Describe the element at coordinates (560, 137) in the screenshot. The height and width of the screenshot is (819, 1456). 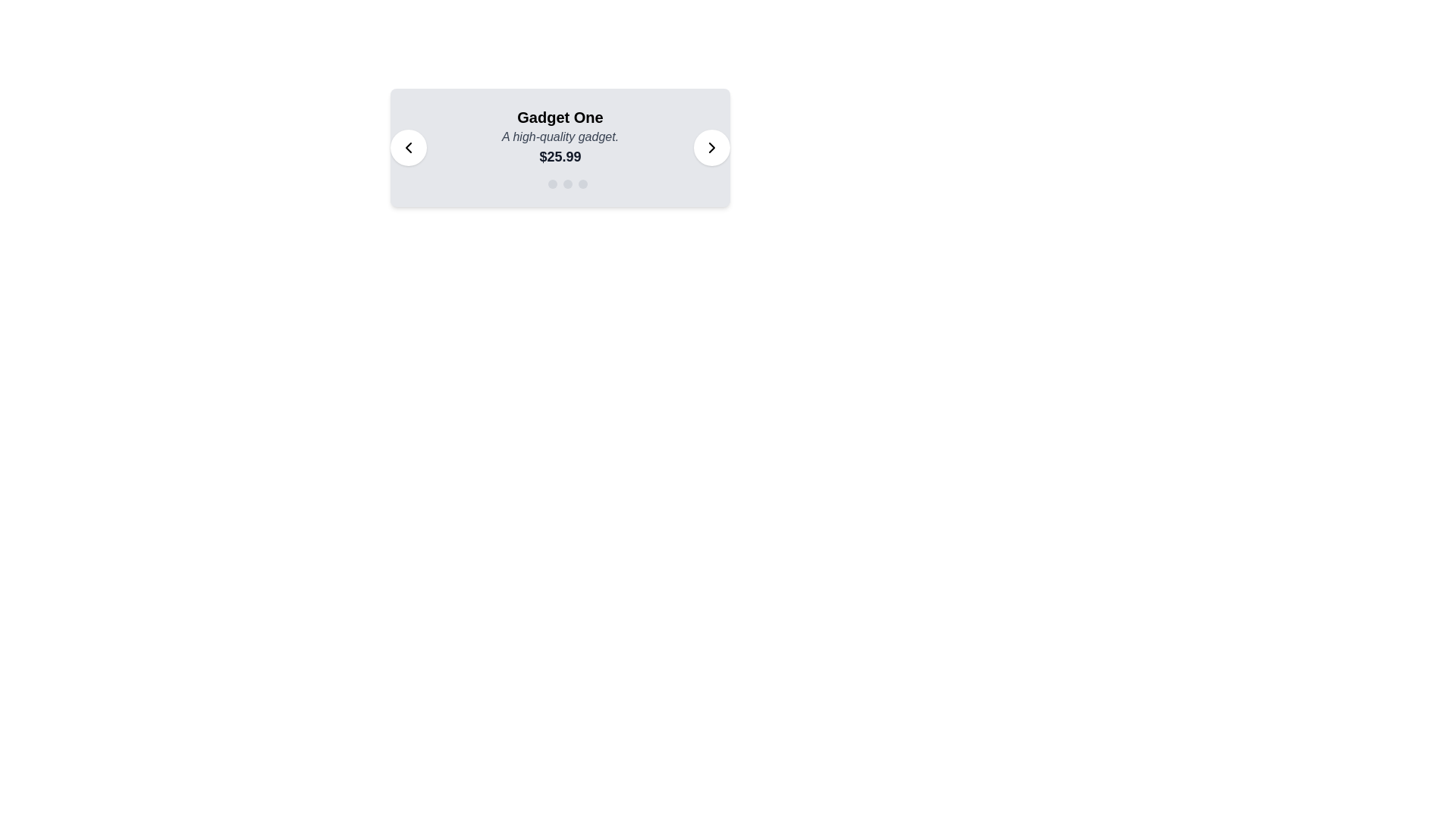
I see `the text label that reads 'A high-quality gadget.' which is styled in gray and italic, positioned between the title 'Gadget One' and the price '$25.99'` at that location.